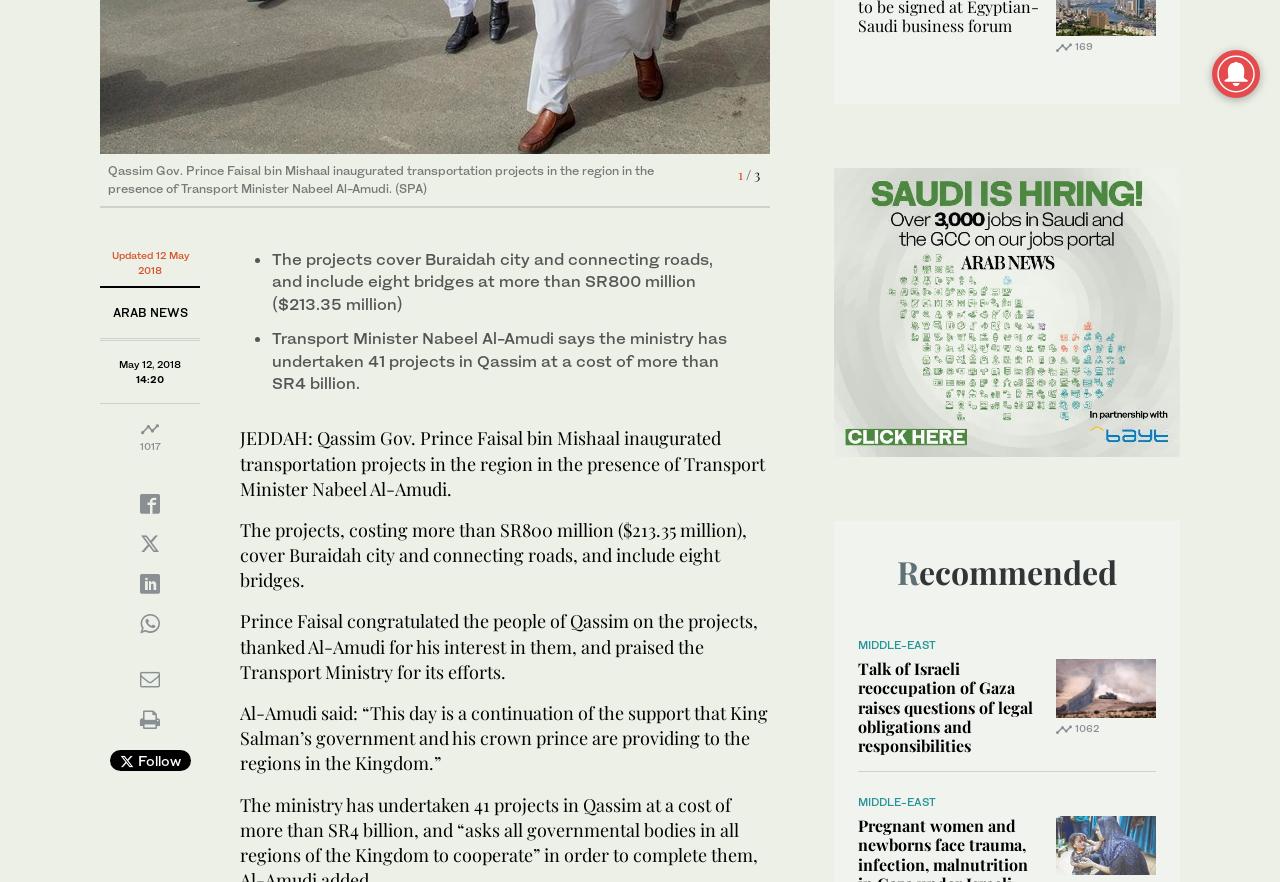  Describe the element at coordinates (492, 281) in the screenshot. I see `'The projects cover Buraidah city and connecting roads, and include eight bridges at more than SR800 million ($213.35 million)'` at that location.